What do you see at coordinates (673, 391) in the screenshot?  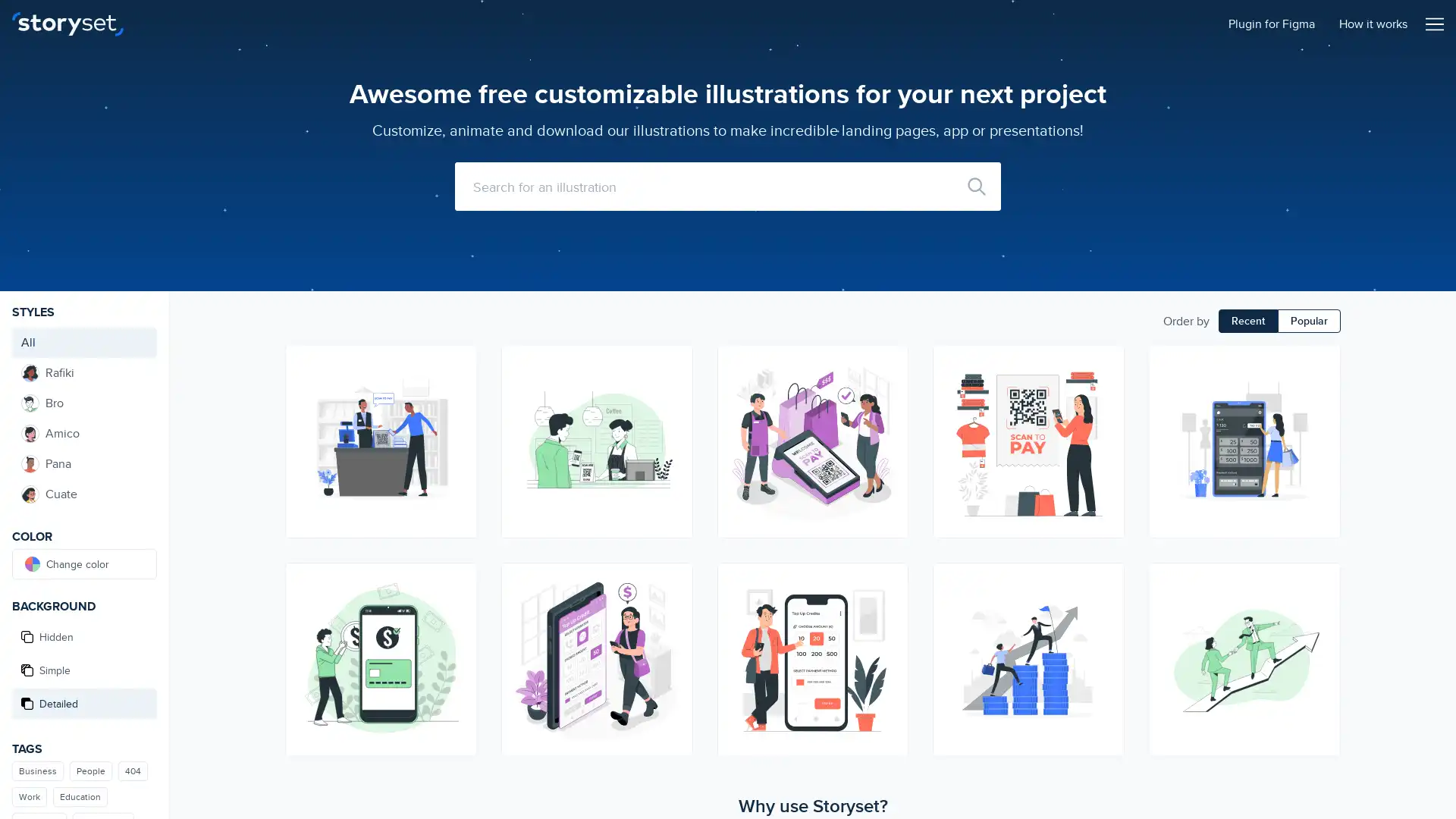 I see `download icon Download` at bounding box center [673, 391].